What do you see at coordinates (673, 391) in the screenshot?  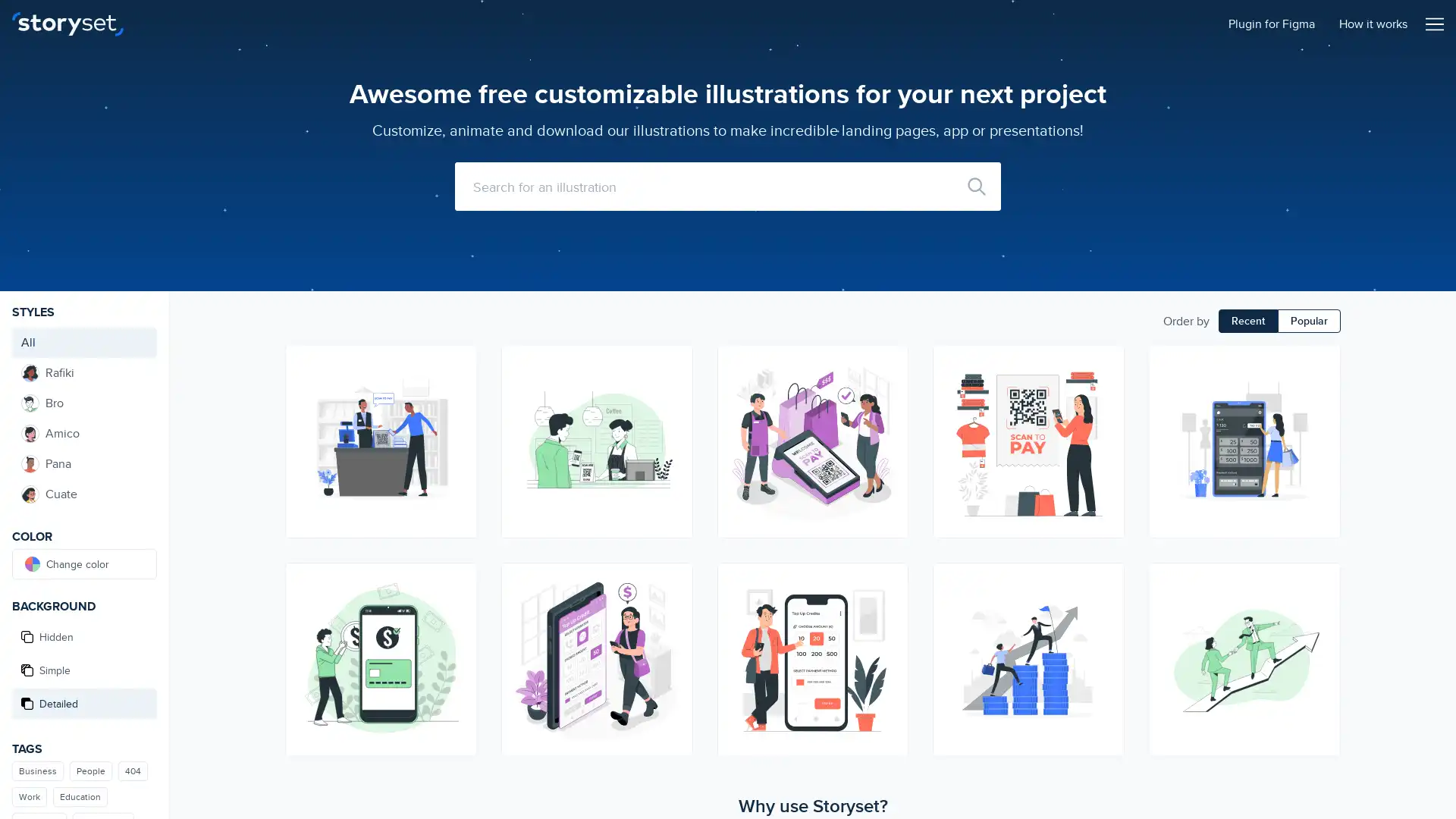 I see `download icon Download` at bounding box center [673, 391].